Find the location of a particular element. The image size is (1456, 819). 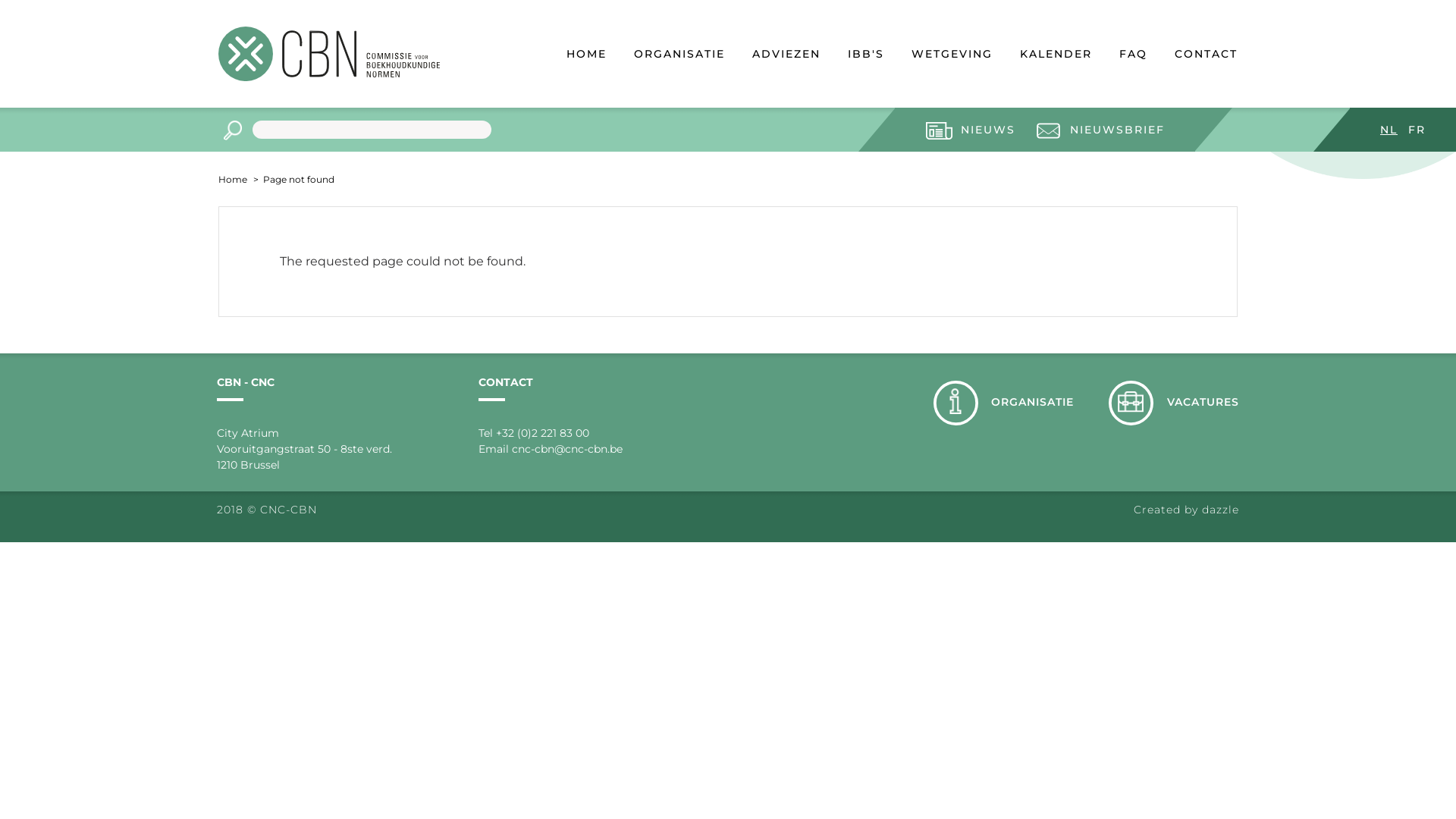

'cnc-cbn@cnc-cbn.be' is located at coordinates (512, 447).